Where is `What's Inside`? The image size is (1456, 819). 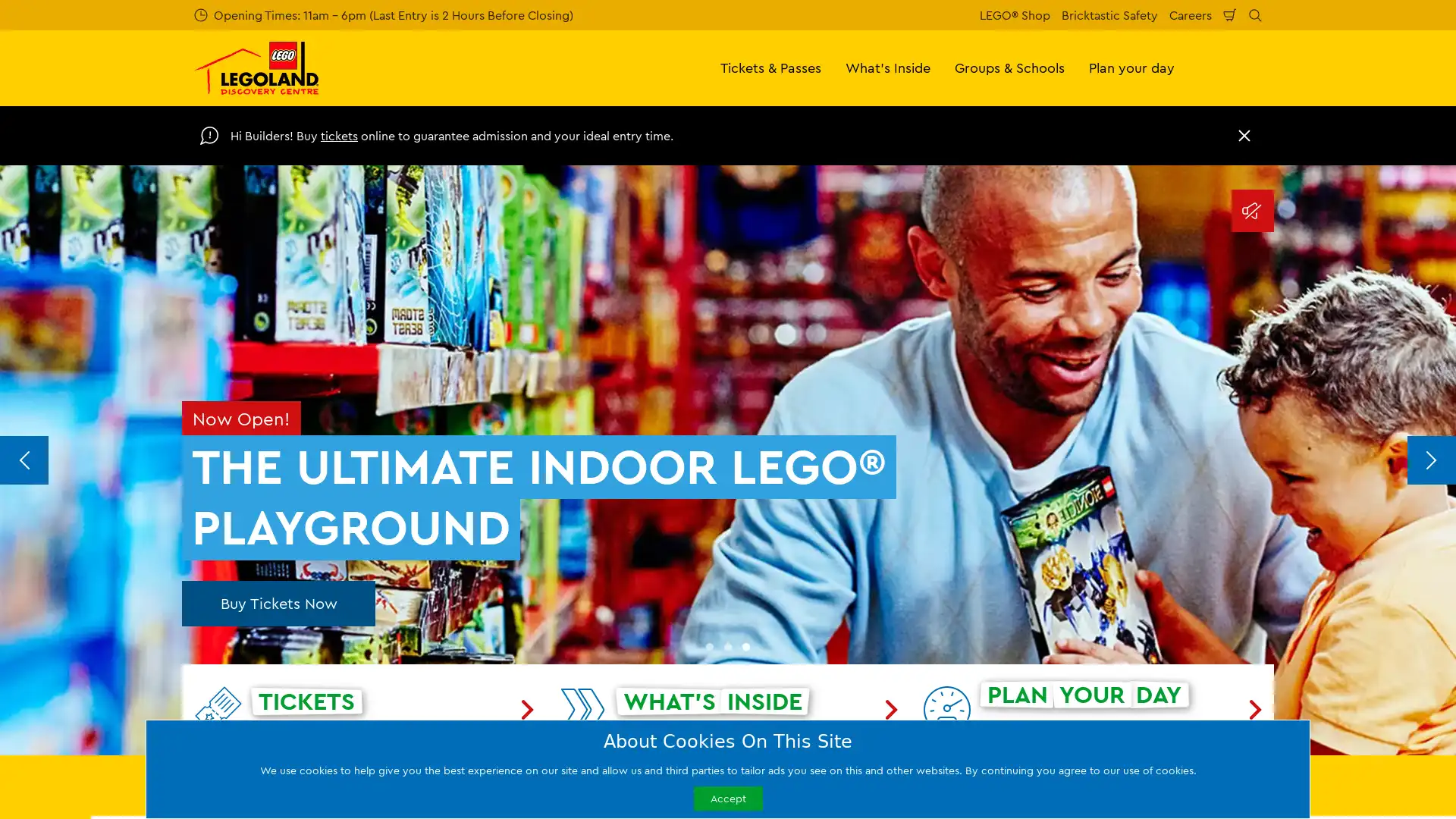 What's Inside is located at coordinates (888, 67).